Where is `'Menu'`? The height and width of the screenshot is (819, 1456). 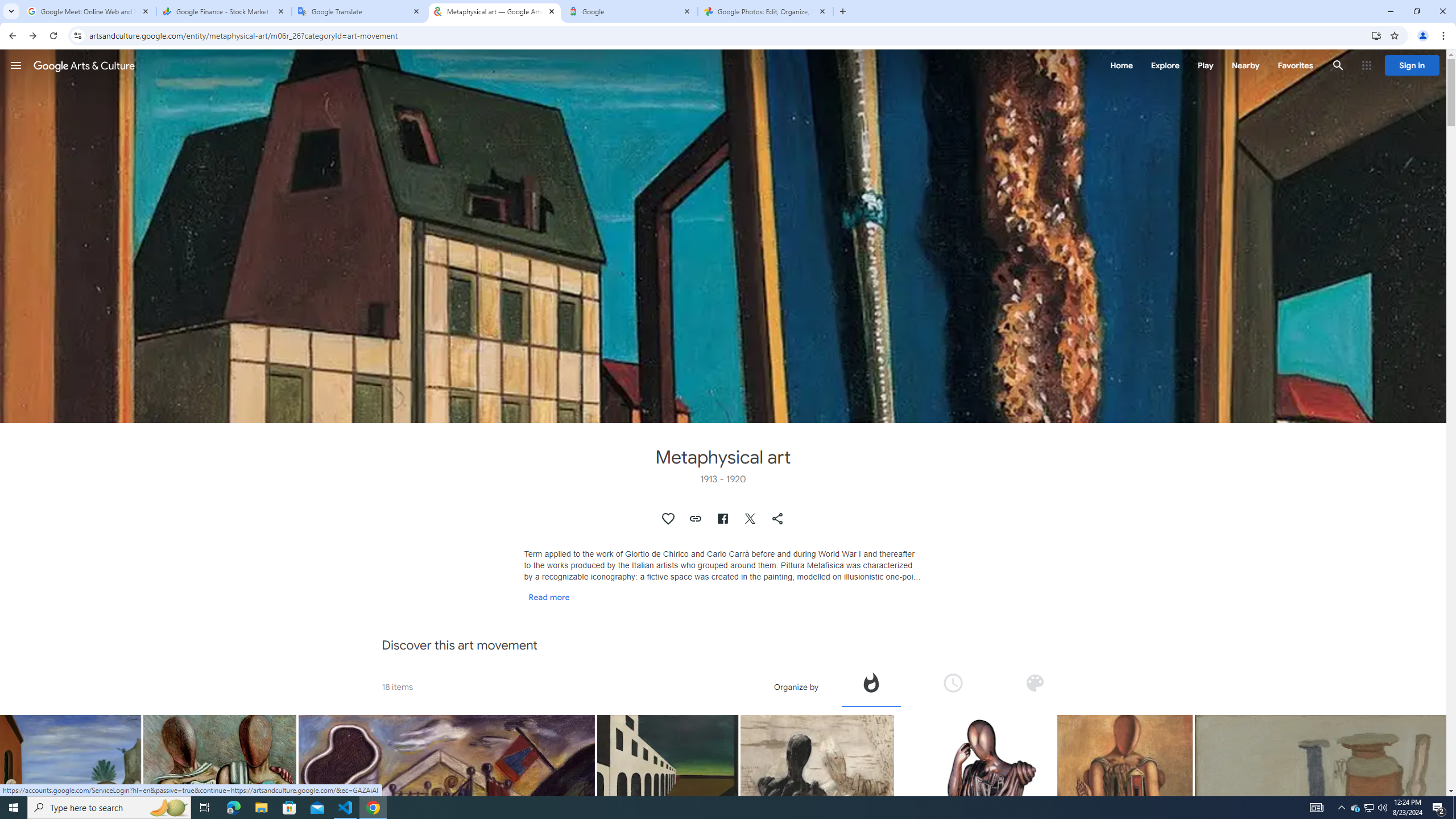
'Menu' is located at coordinates (16, 65).